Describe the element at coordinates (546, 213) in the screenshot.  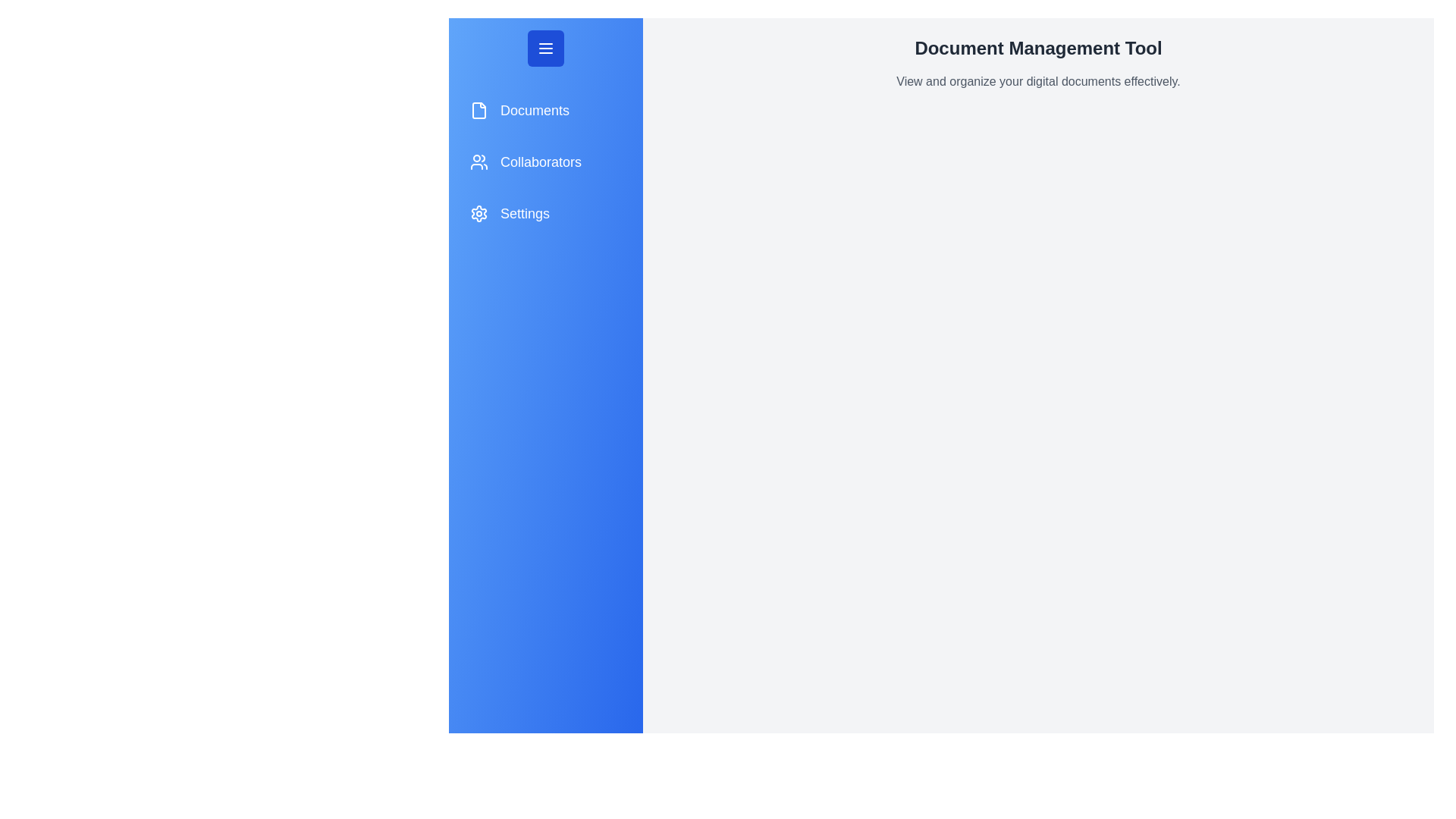
I see `the 'Settings' navigation item to access the Settings section` at that location.